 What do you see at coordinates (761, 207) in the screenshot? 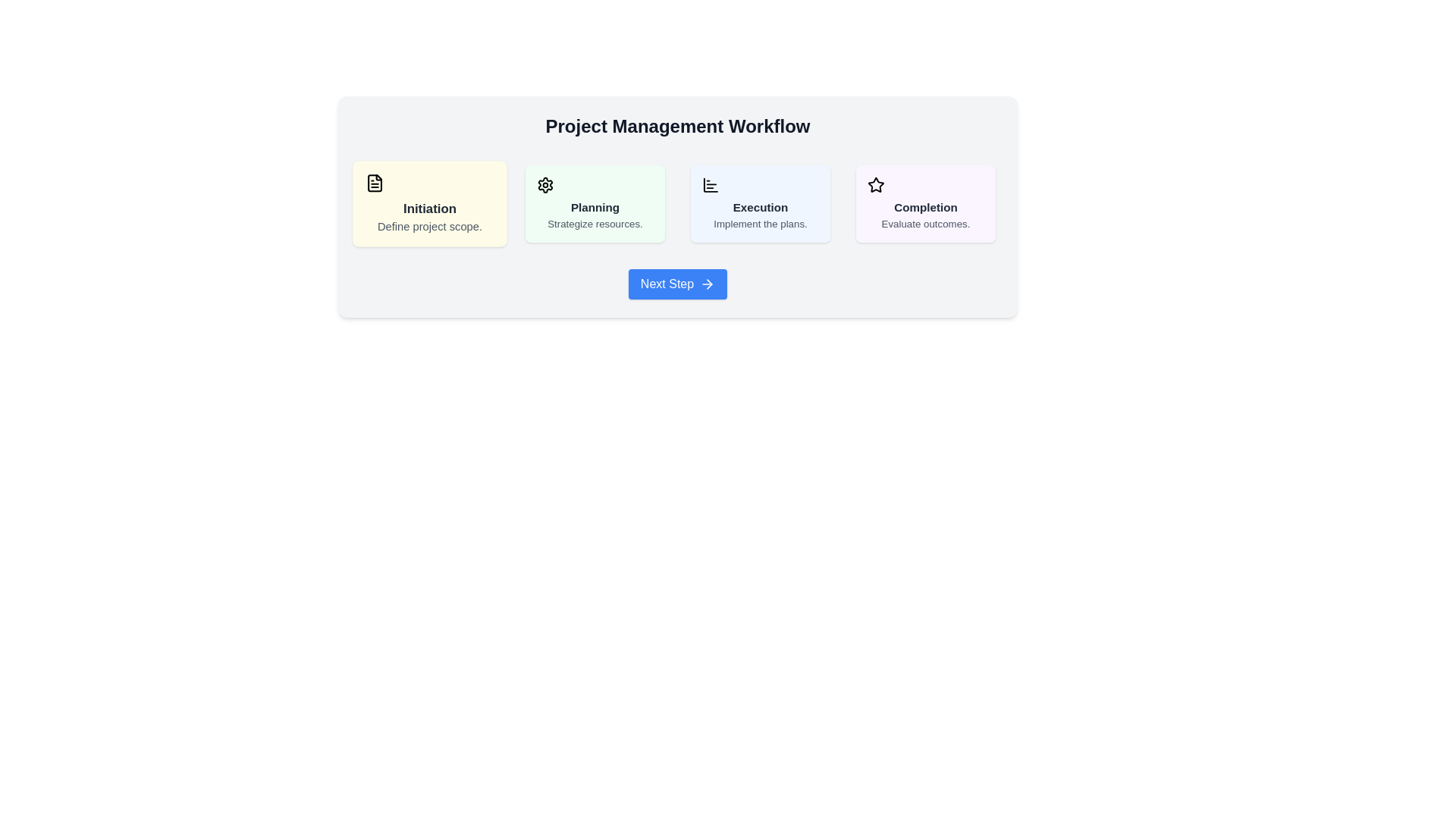
I see `the static text label displaying 'Execution' which is centrally located within its light blue card, positioned above the subtext 'Implement the plans.'` at bounding box center [761, 207].